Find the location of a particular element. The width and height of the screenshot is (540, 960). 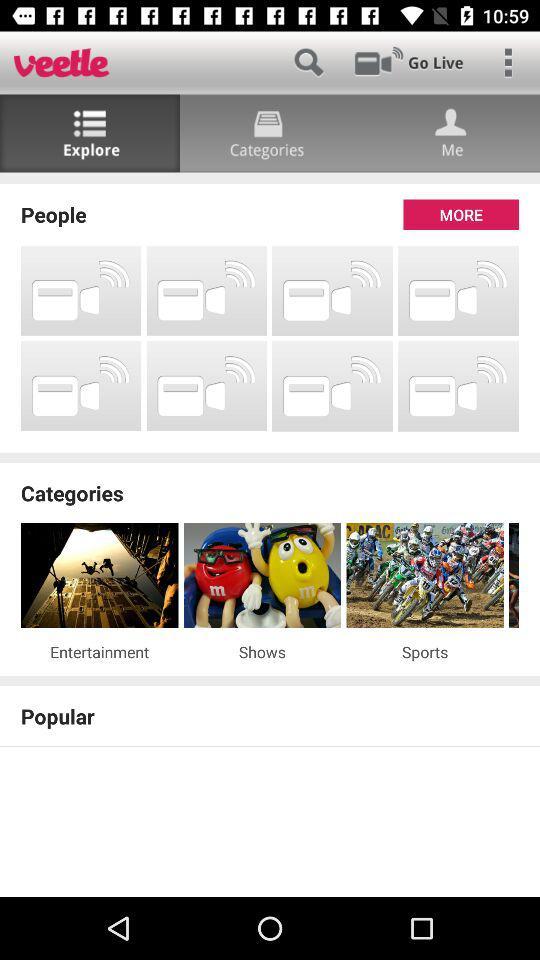

the app to the left of the sports icon is located at coordinates (262, 650).